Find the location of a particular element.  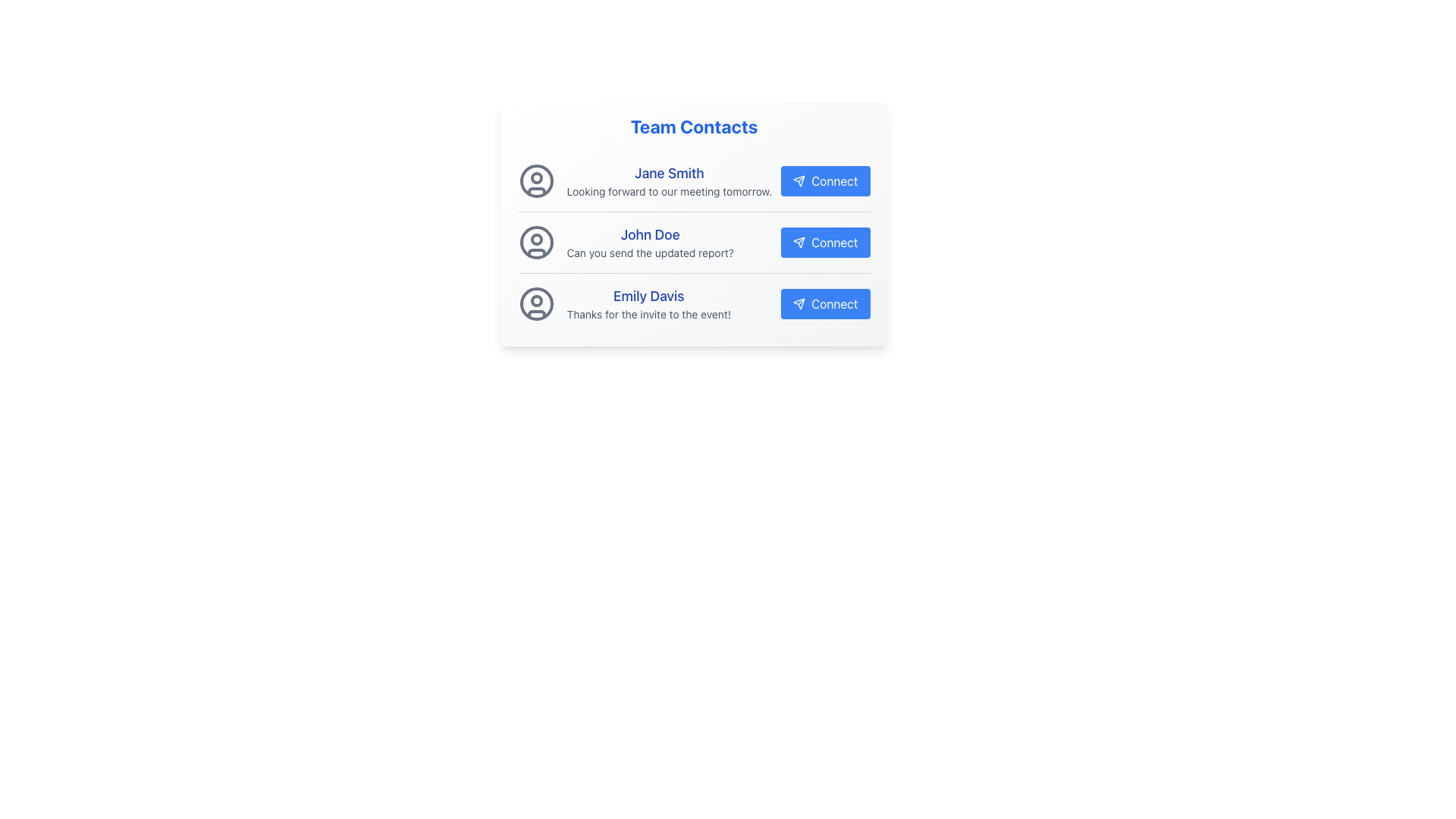

the text element reading 'Thanks for the invite to the event!' which is styled in gray color and located below 'Emily Davis' in the 'Team Contacts' list is located at coordinates (648, 314).